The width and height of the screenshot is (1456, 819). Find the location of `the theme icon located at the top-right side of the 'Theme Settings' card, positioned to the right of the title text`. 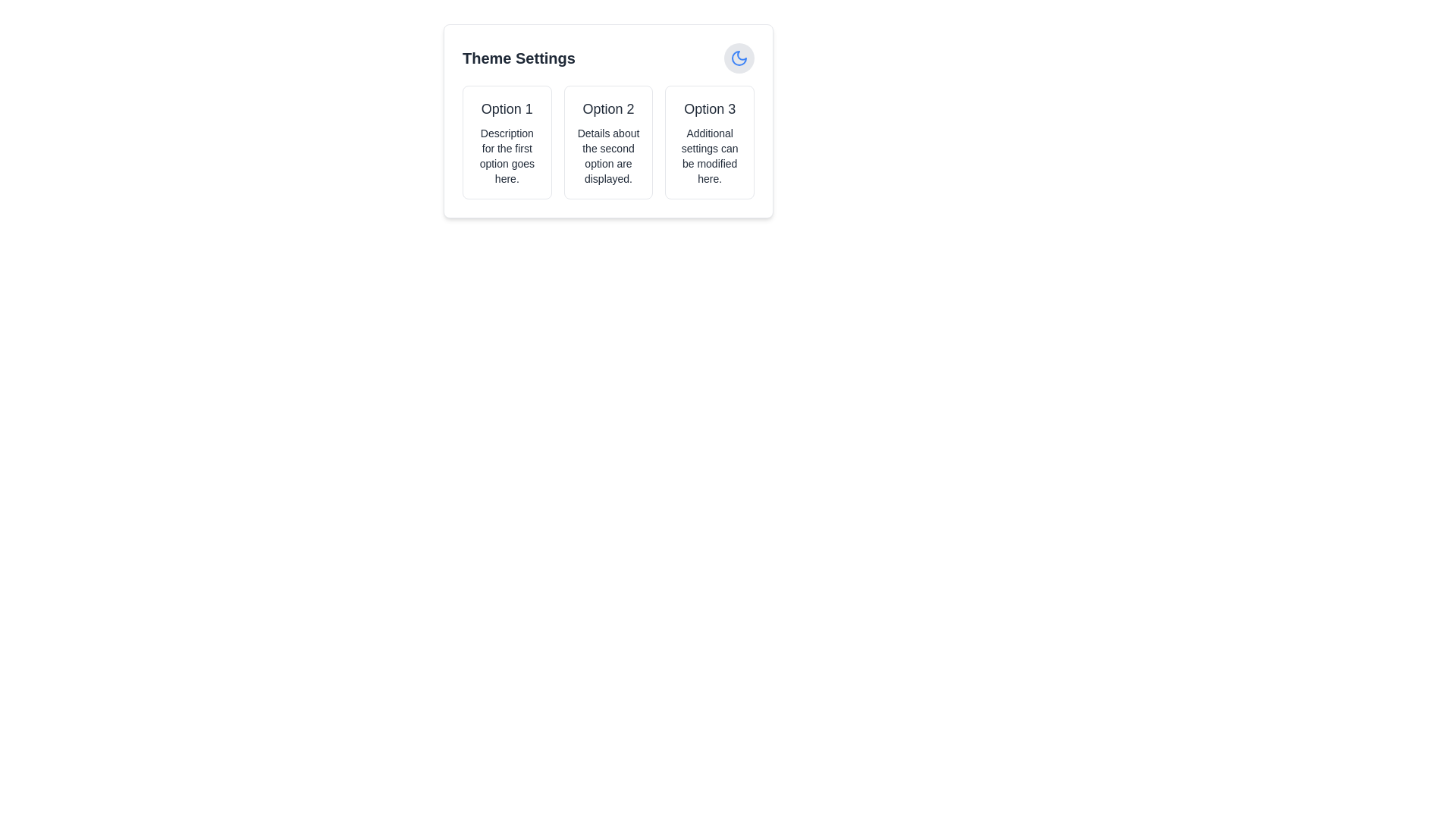

the theme icon located at the top-right side of the 'Theme Settings' card, positioned to the right of the title text is located at coordinates (739, 58).